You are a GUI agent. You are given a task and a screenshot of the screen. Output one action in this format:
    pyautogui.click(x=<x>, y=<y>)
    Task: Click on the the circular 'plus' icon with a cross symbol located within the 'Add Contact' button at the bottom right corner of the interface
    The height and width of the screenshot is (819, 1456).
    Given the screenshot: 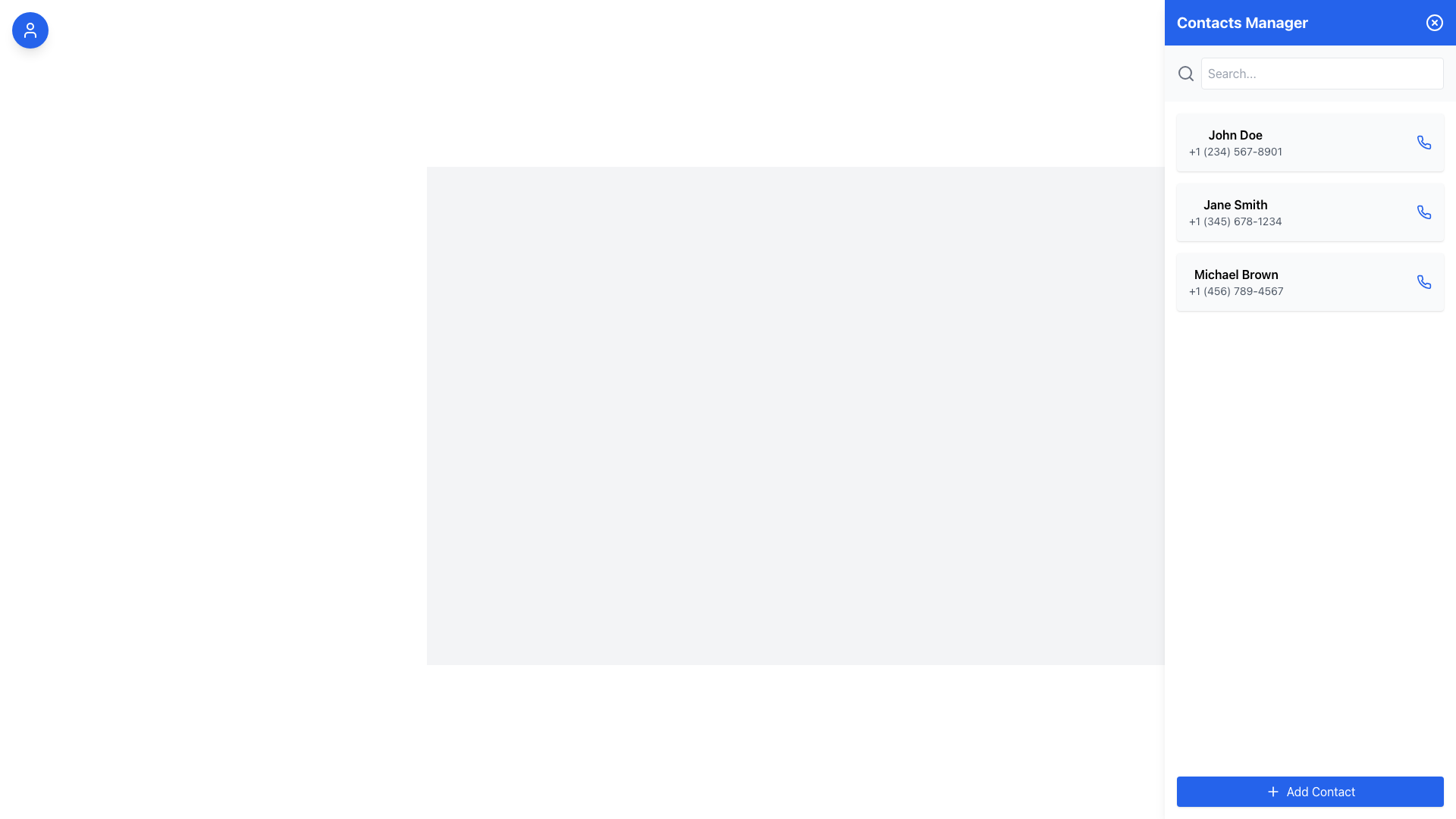 What is the action you would take?
    pyautogui.click(x=1272, y=791)
    